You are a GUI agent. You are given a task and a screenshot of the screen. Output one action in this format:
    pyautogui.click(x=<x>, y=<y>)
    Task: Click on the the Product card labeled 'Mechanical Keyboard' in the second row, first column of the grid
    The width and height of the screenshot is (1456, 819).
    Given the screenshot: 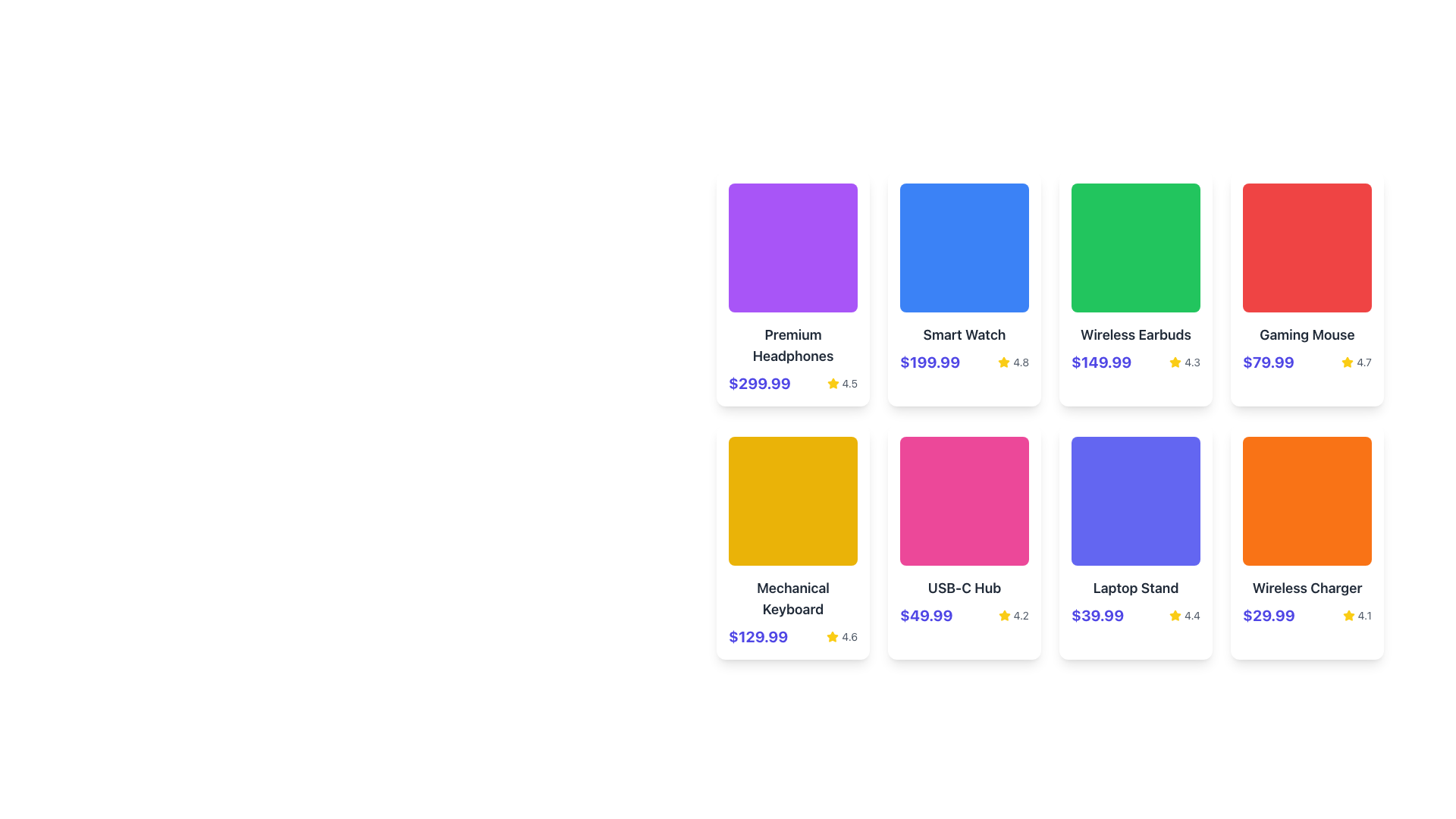 What is the action you would take?
    pyautogui.click(x=792, y=541)
    